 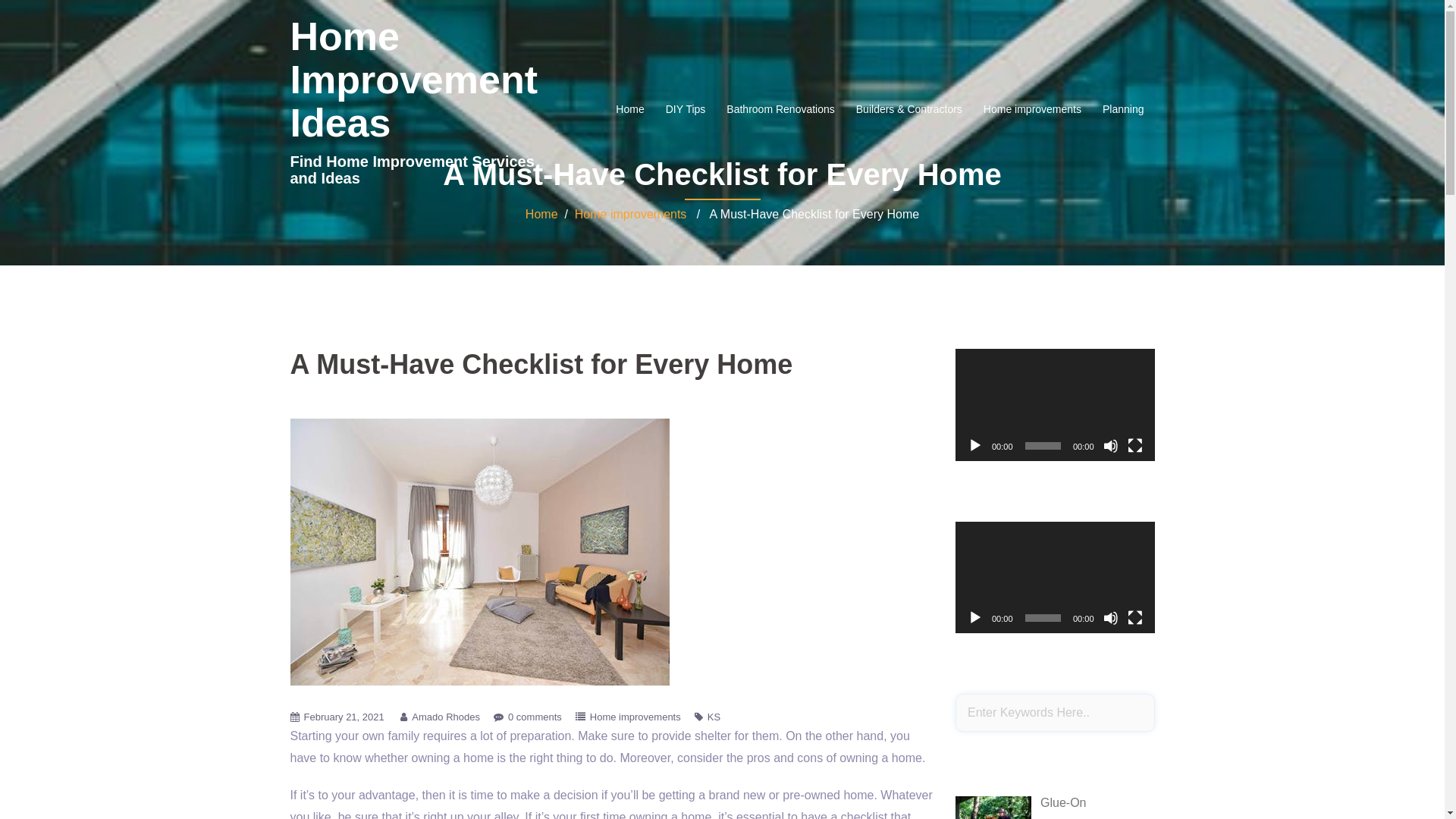 What do you see at coordinates (445, 717) in the screenshot?
I see `'Amado Rhodes'` at bounding box center [445, 717].